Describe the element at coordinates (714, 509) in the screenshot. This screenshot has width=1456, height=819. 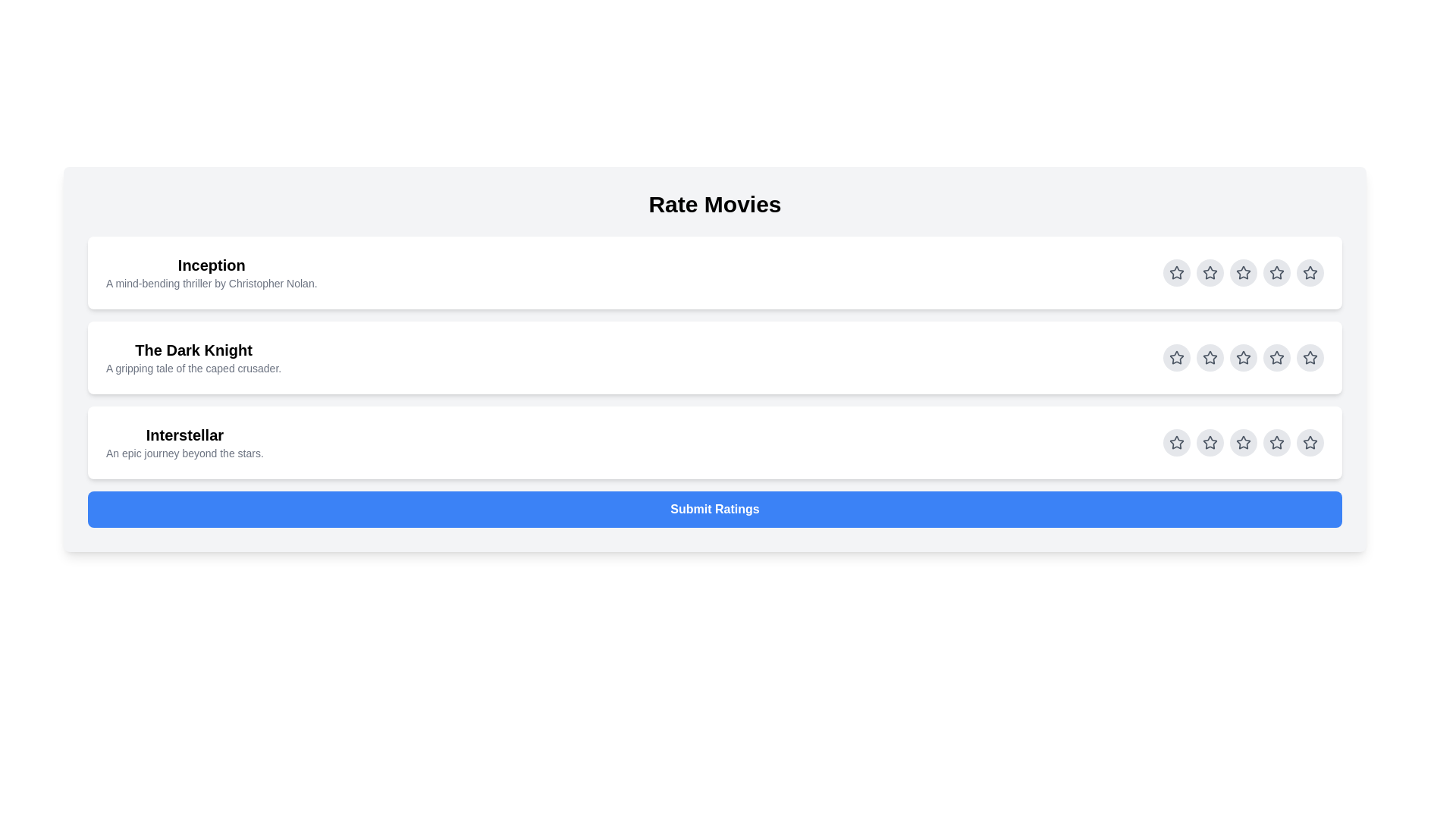
I see `the 'Submit Ratings' button to submit the ratings` at that location.